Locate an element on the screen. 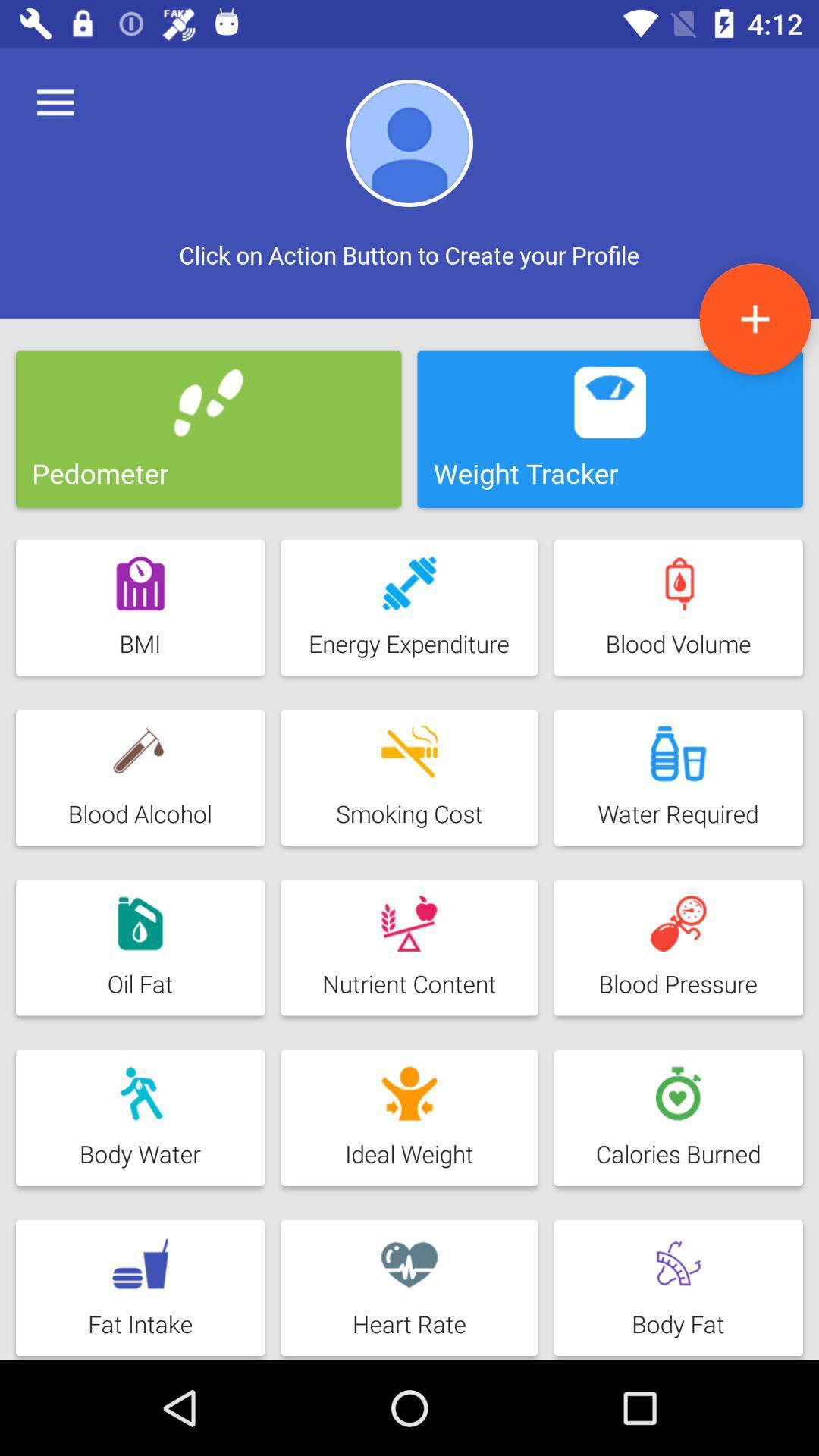 The height and width of the screenshot is (1456, 819). profile is located at coordinates (755, 318).